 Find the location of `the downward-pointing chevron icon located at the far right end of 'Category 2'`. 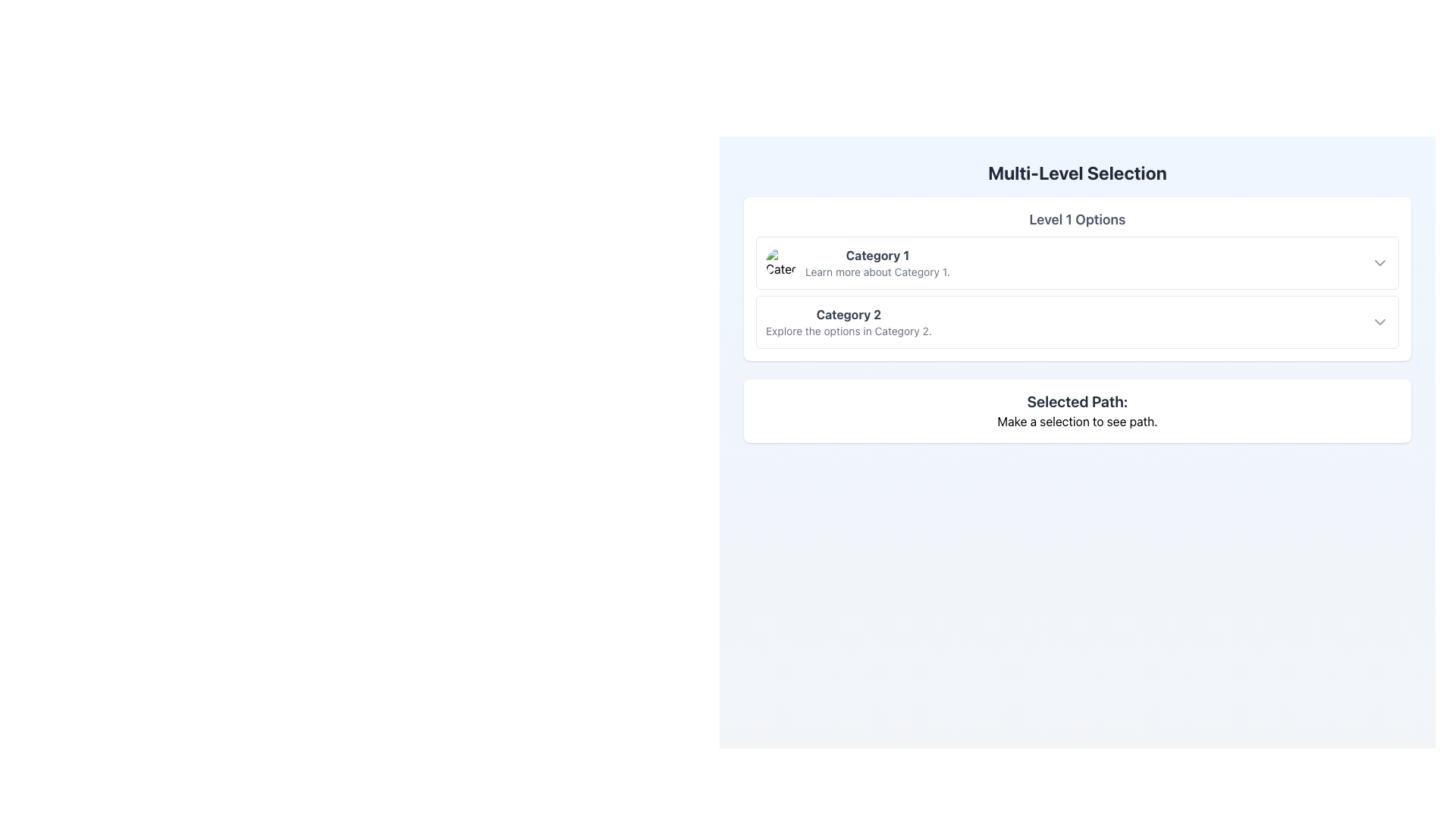

the downward-pointing chevron icon located at the far right end of 'Category 2' is located at coordinates (1379, 321).